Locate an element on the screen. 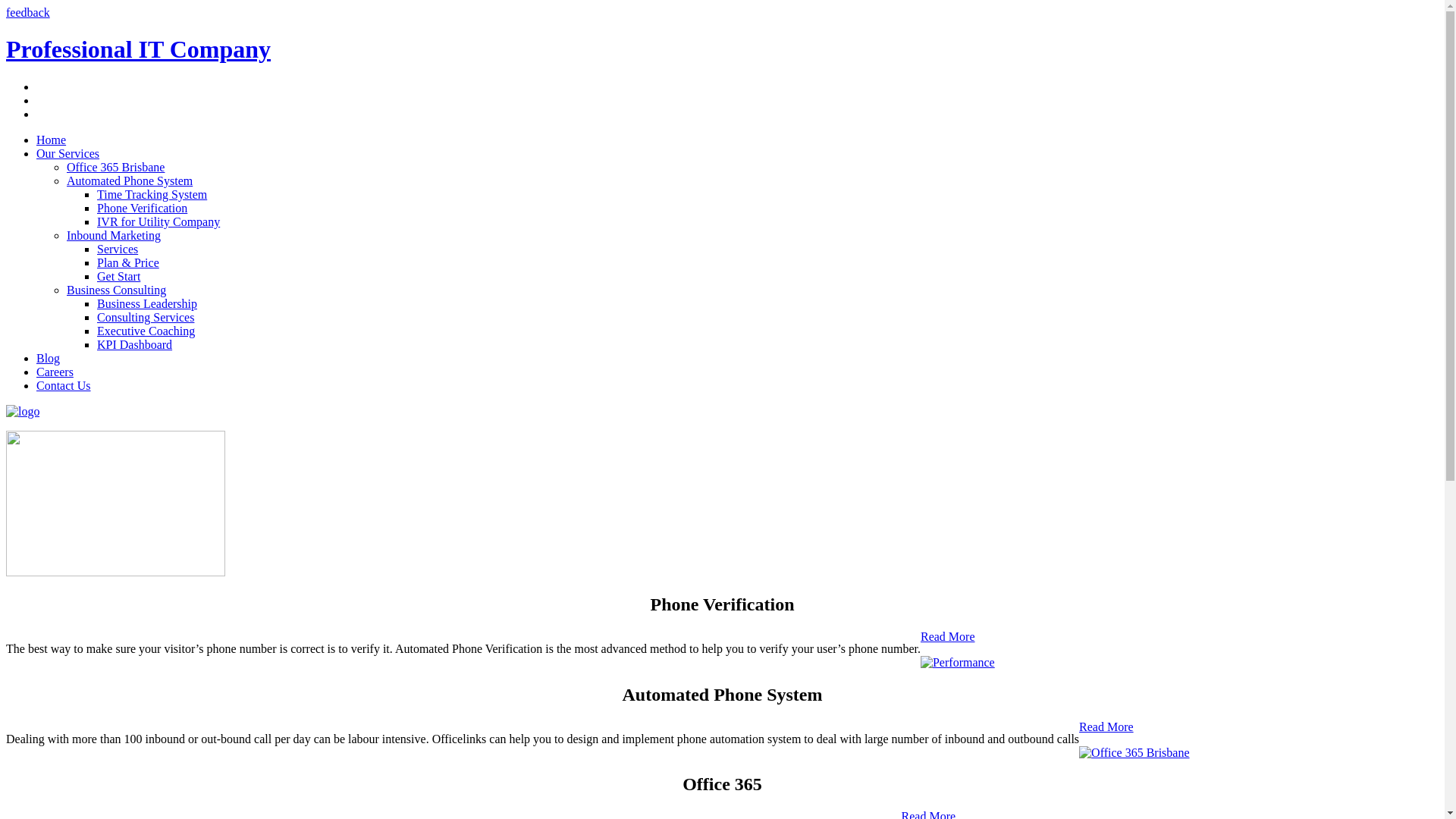 This screenshot has height=819, width=1456. 'KPI Dashboard' is located at coordinates (134, 344).